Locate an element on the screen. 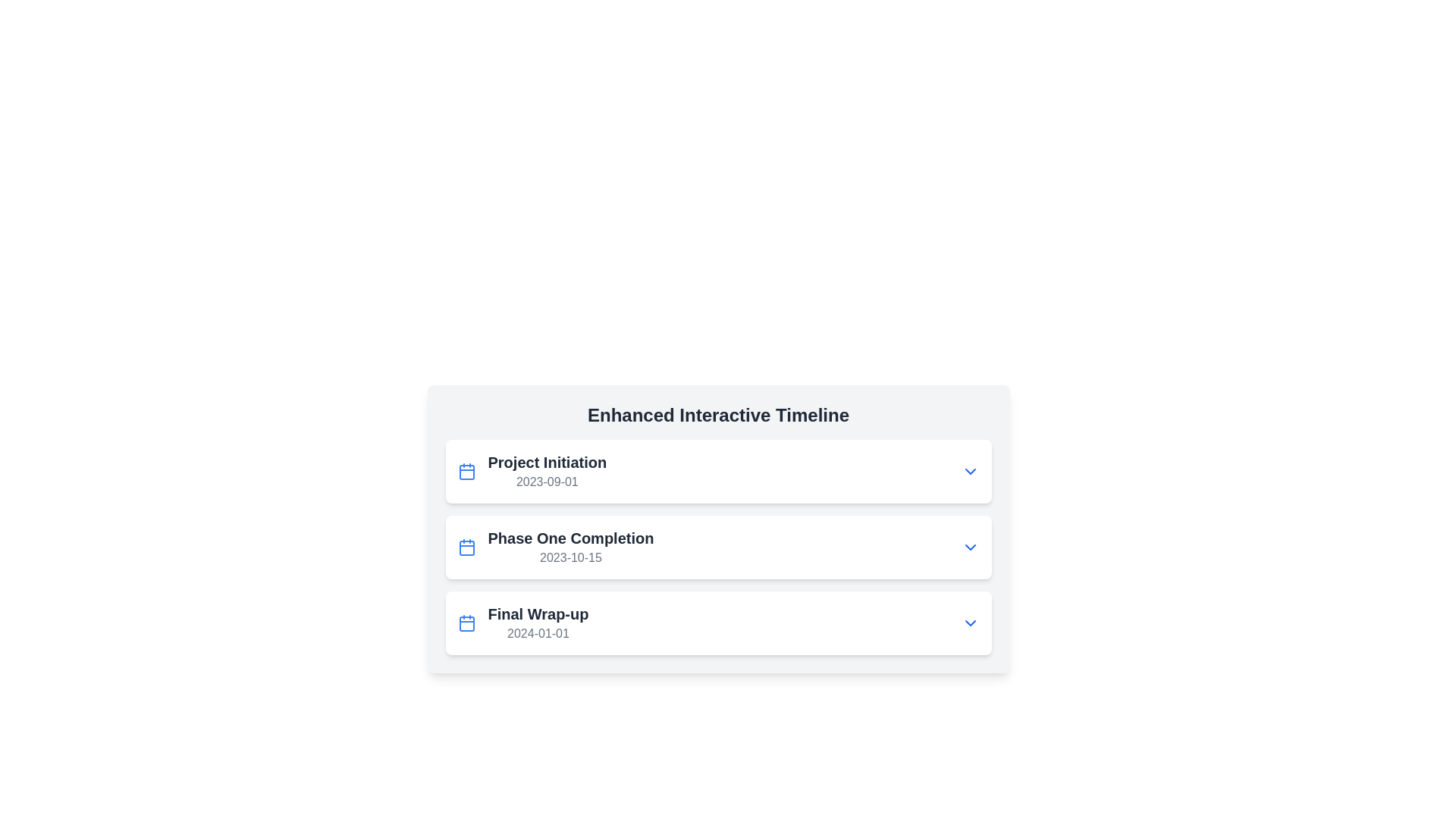  the horizontal item displaying the calendar icon and title 'Phase One Completion', which is the second entry in the timeline events list is located at coordinates (555, 547).